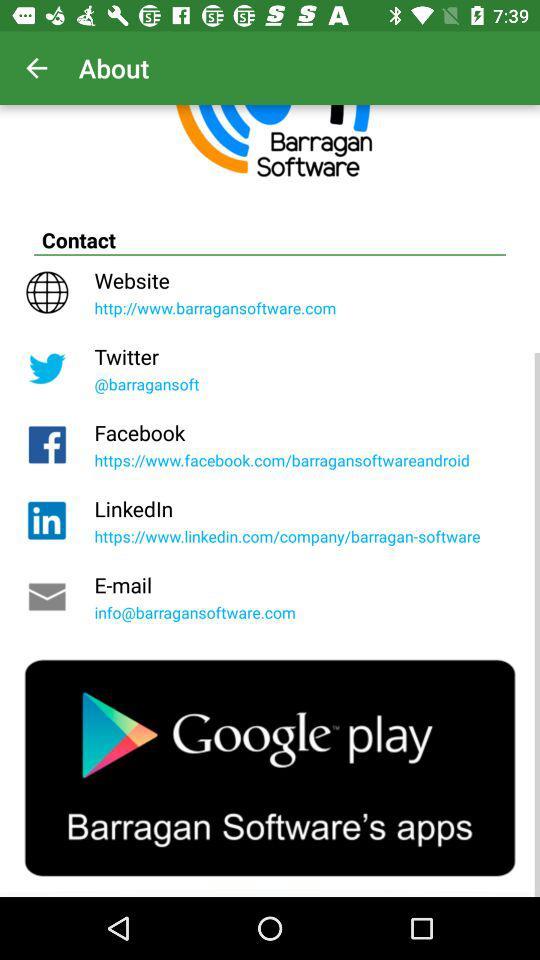 The image size is (540, 960). I want to click on icon above the contact, so click(36, 68).